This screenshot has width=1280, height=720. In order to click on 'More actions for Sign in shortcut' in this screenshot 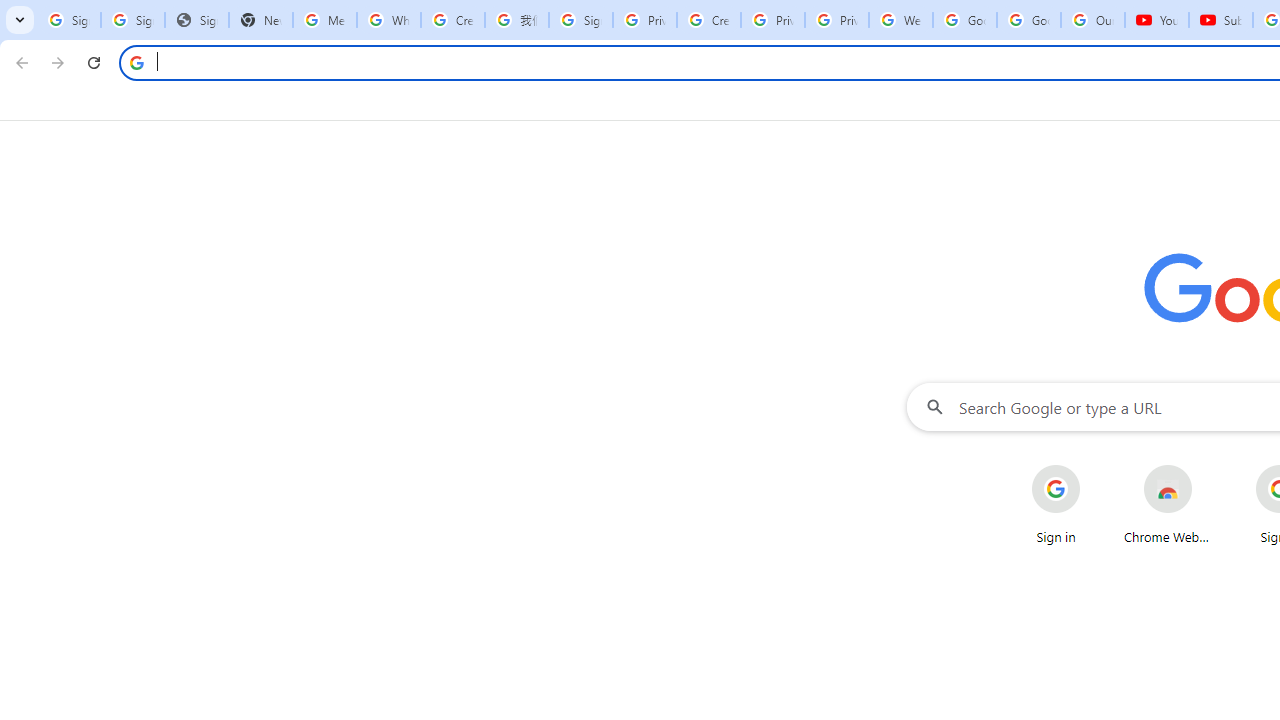, I will do `click(1094, 466)`.